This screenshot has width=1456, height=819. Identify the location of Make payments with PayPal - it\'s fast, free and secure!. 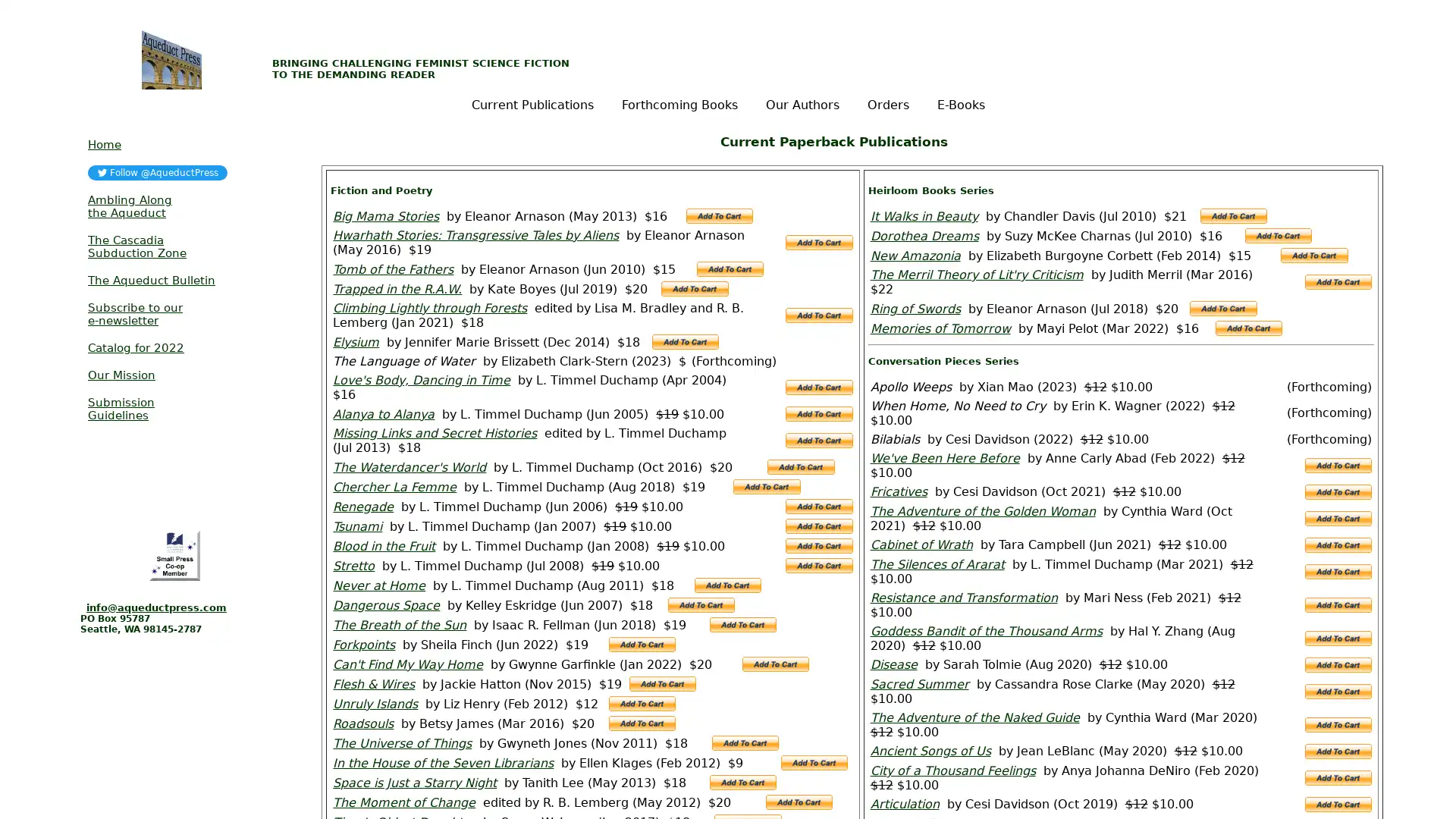
(1338, 516).